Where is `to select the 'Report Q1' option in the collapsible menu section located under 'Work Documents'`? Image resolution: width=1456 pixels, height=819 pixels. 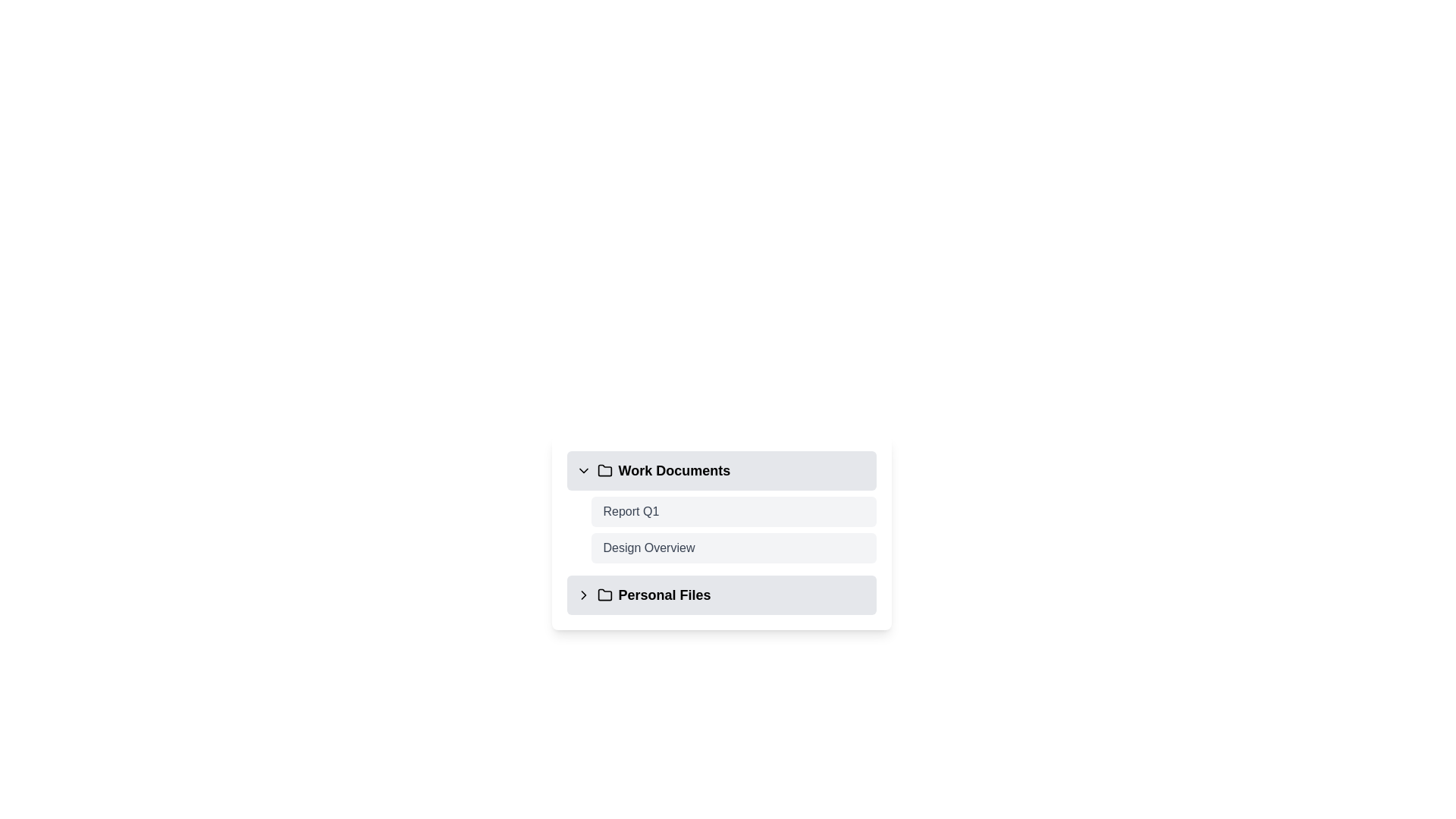 to select the 'Report Q1' option in the collapsible menu section located under 'Work Documents' is located at coordinates (720, 507).